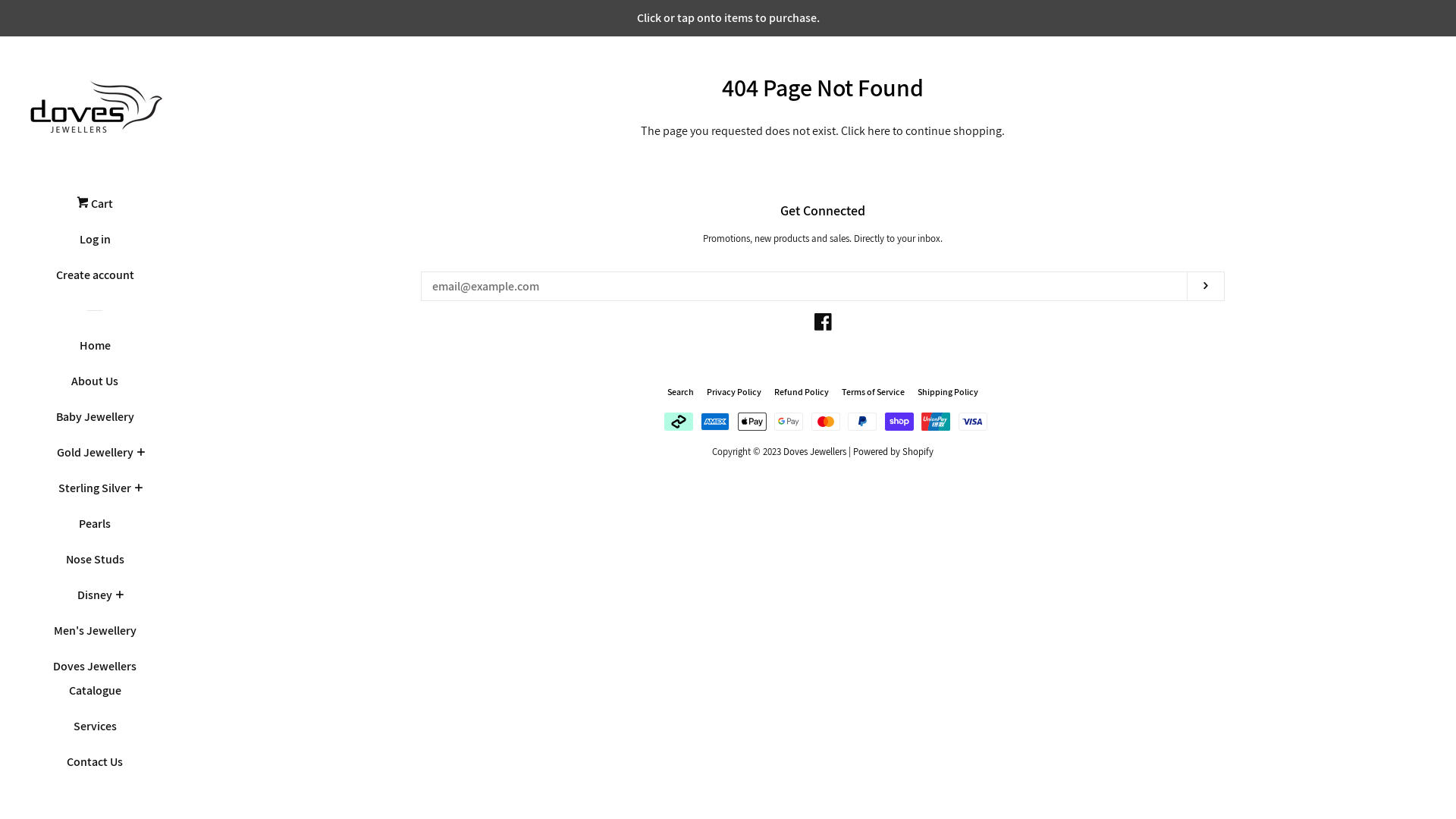 This screenshot has width=1456, height=819. I want to click on 'Sterling Silver', so click(93, 494).